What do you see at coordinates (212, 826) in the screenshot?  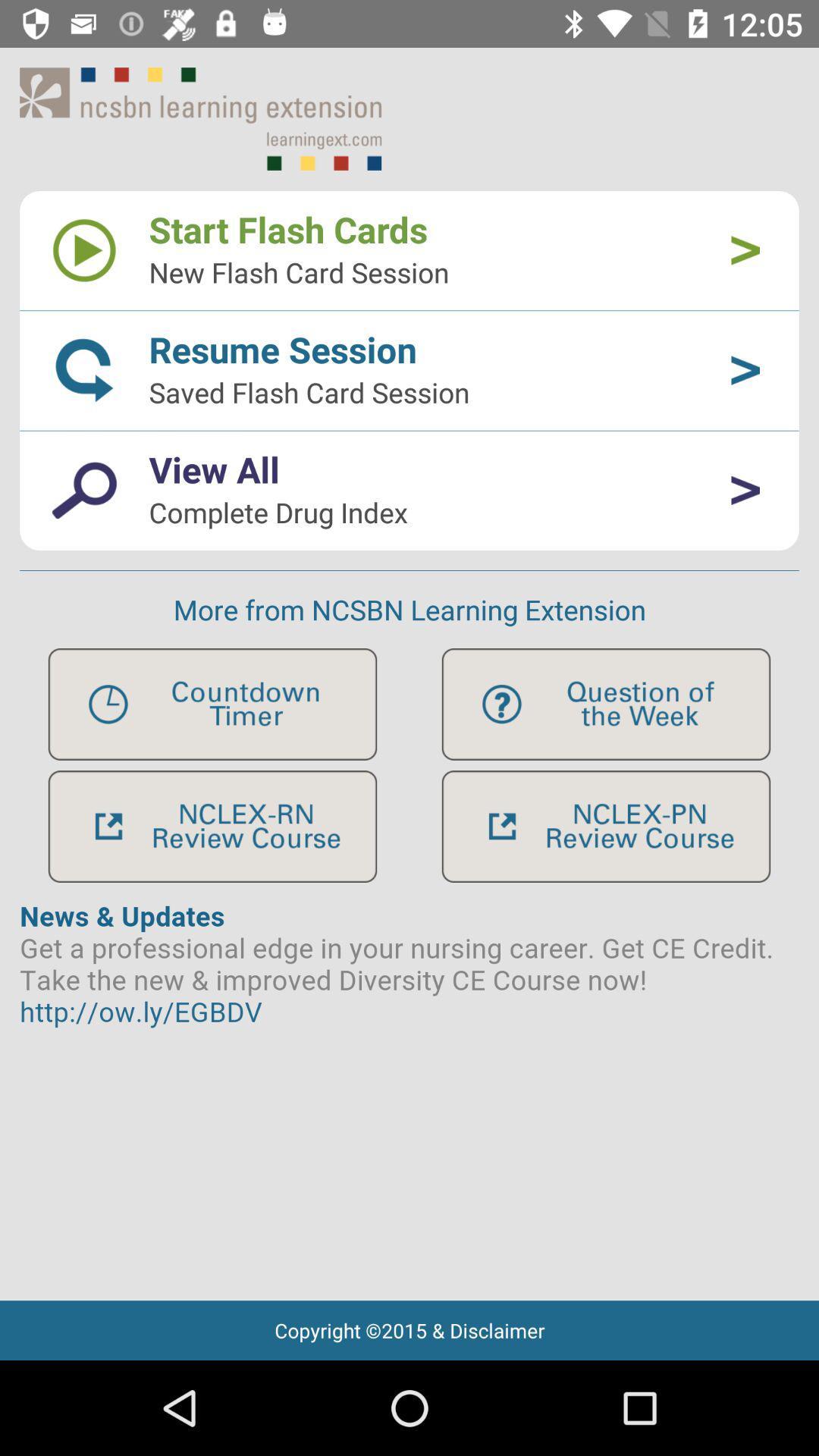 I see `review option` at bounding box center [212, 826].